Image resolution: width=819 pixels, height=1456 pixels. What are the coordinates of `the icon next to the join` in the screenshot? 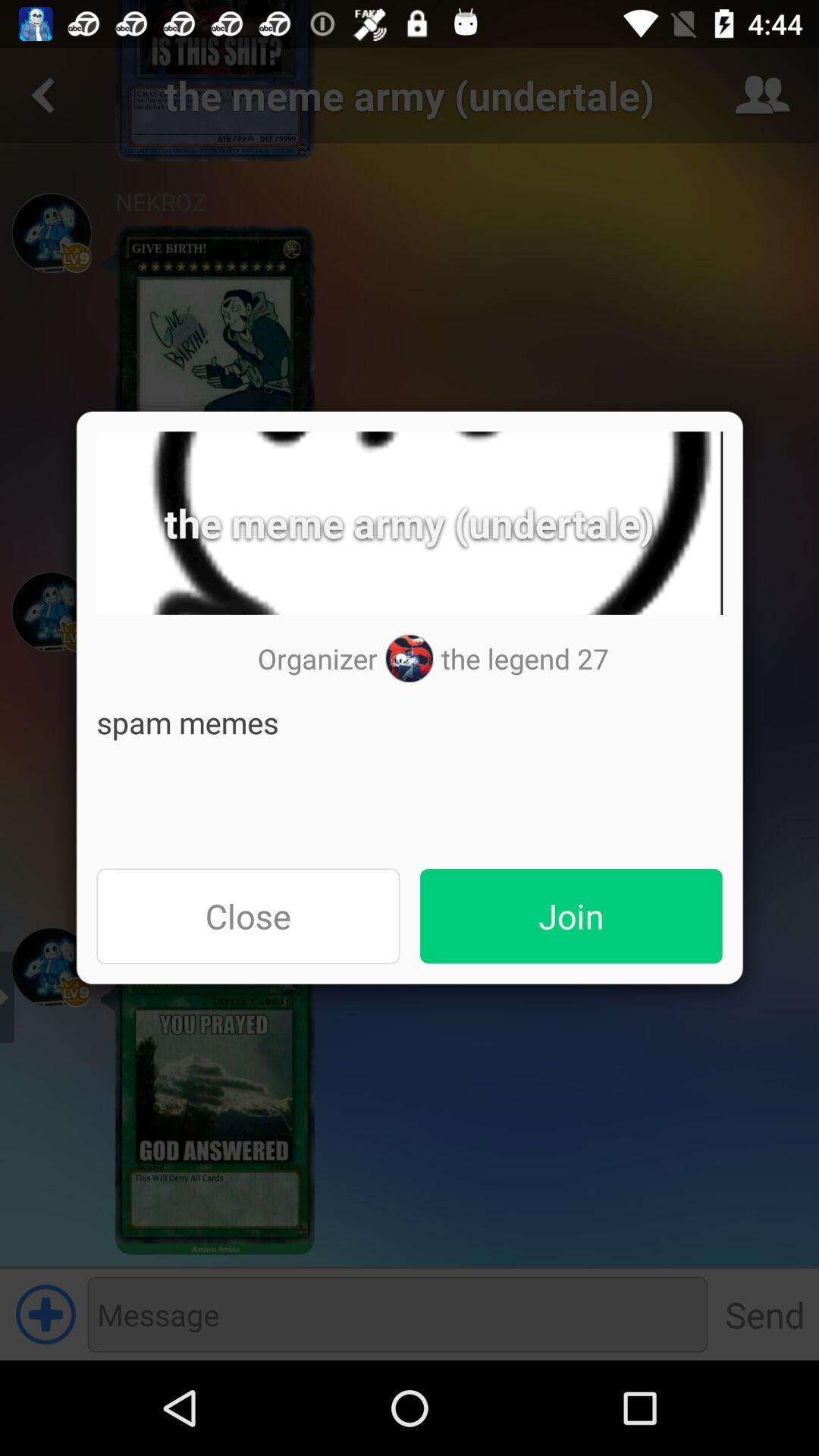 It's located at (247, 915).